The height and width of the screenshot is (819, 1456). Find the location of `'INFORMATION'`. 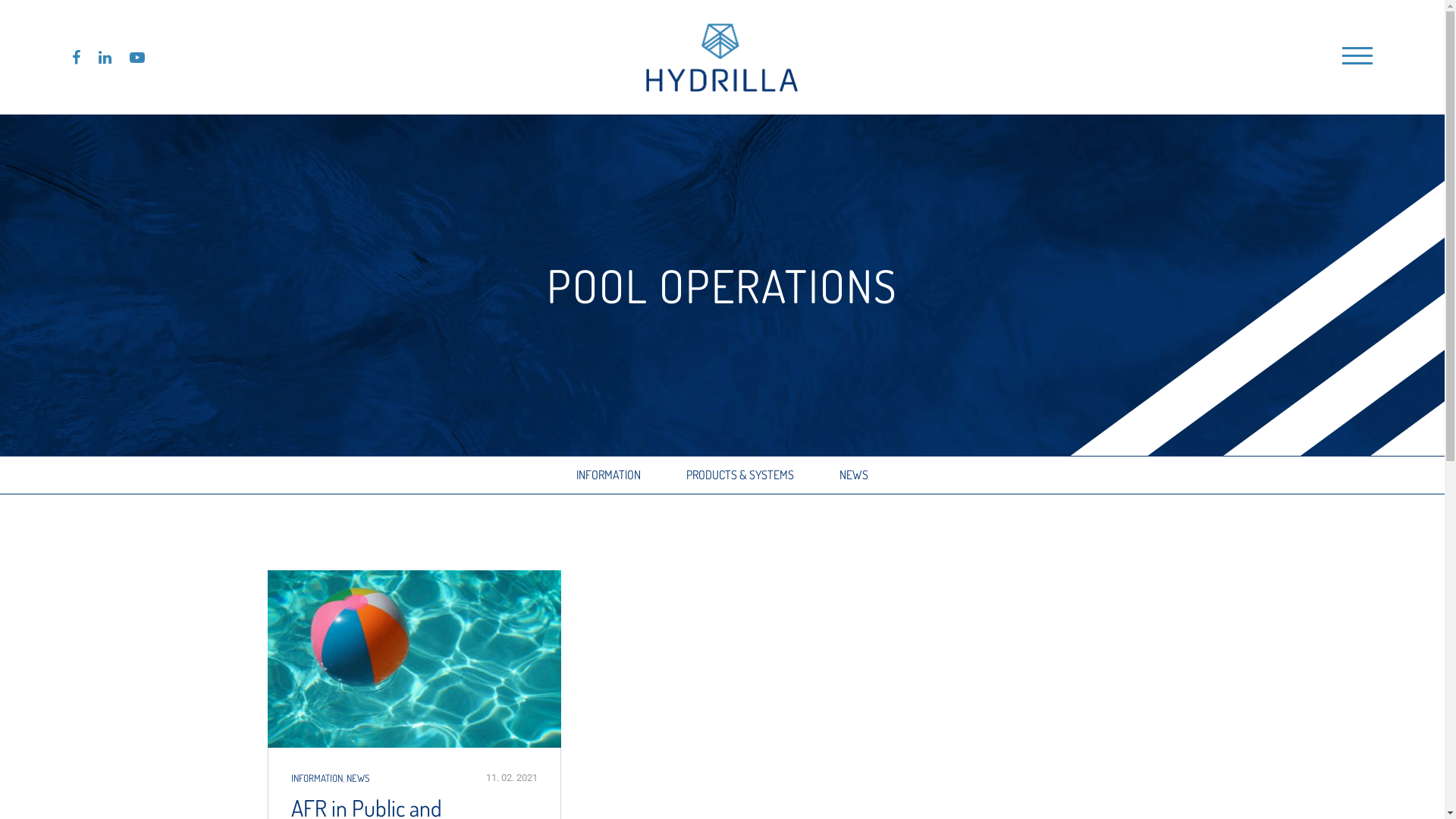

'INFORMATION' is located at coordinates (608, 474).